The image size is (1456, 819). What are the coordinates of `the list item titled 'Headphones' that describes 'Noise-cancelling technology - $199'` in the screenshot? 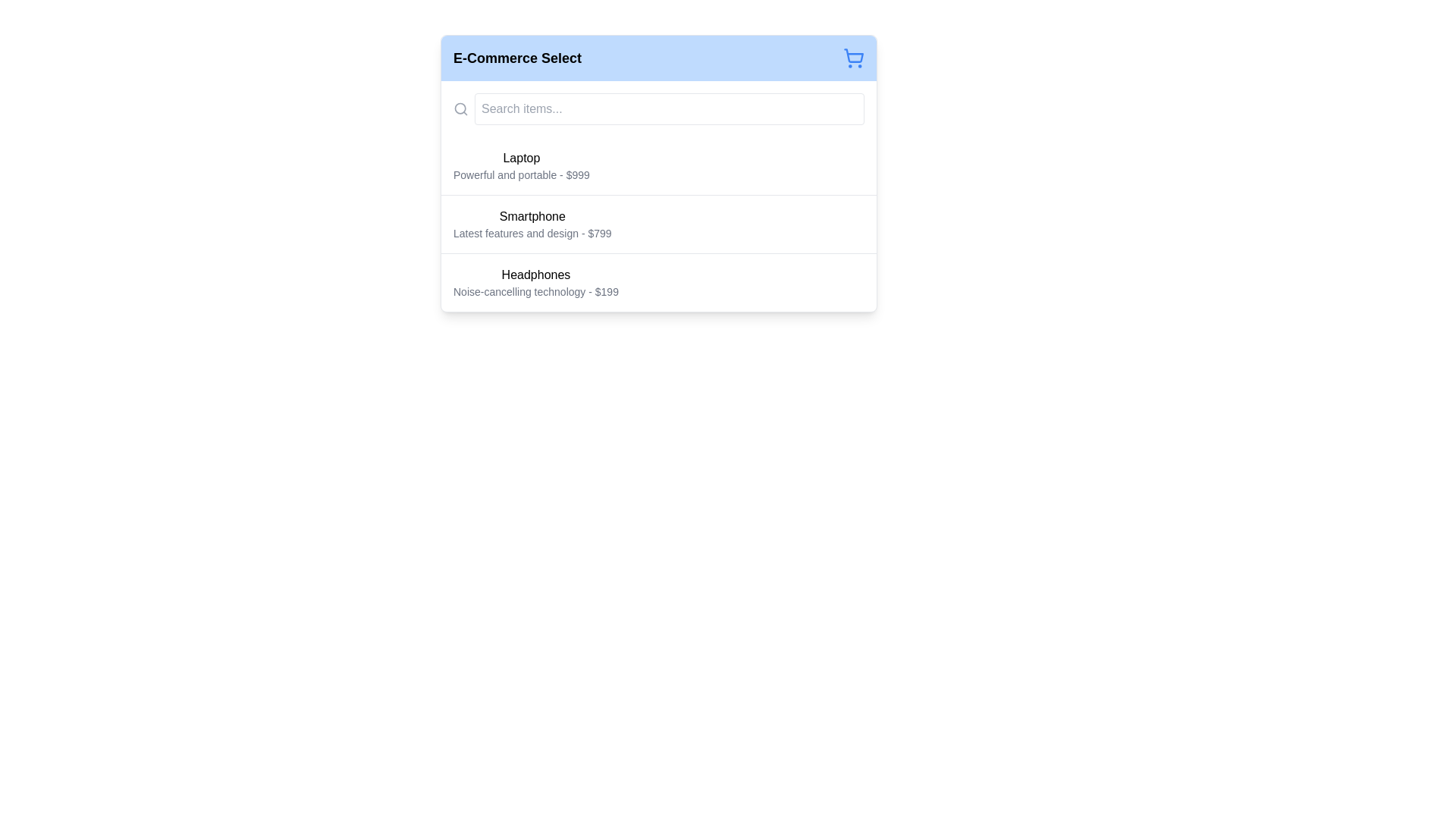 It's located at (658, 282).